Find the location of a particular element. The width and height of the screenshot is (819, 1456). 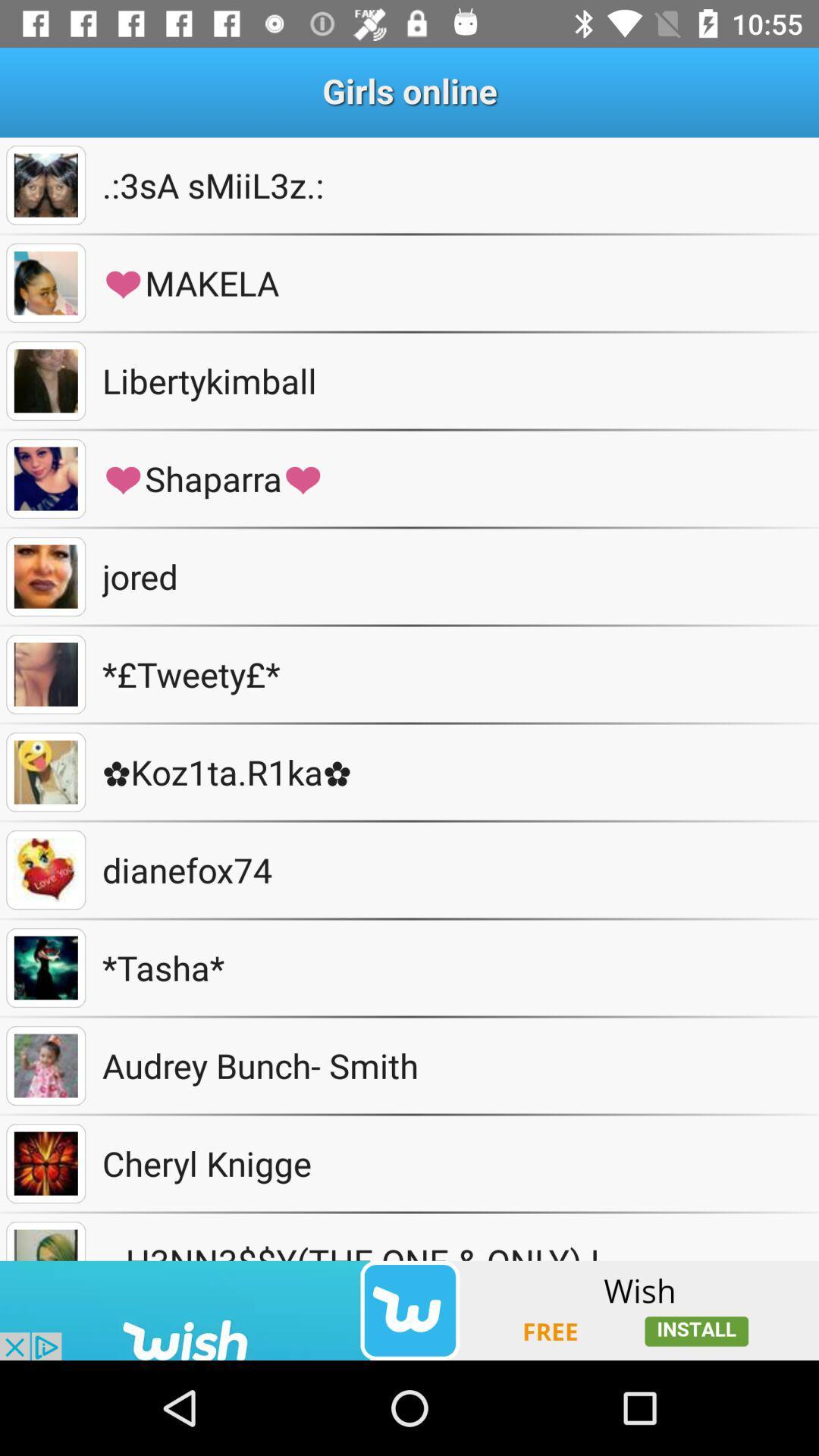

games button is located at coordinates (45, 1163).